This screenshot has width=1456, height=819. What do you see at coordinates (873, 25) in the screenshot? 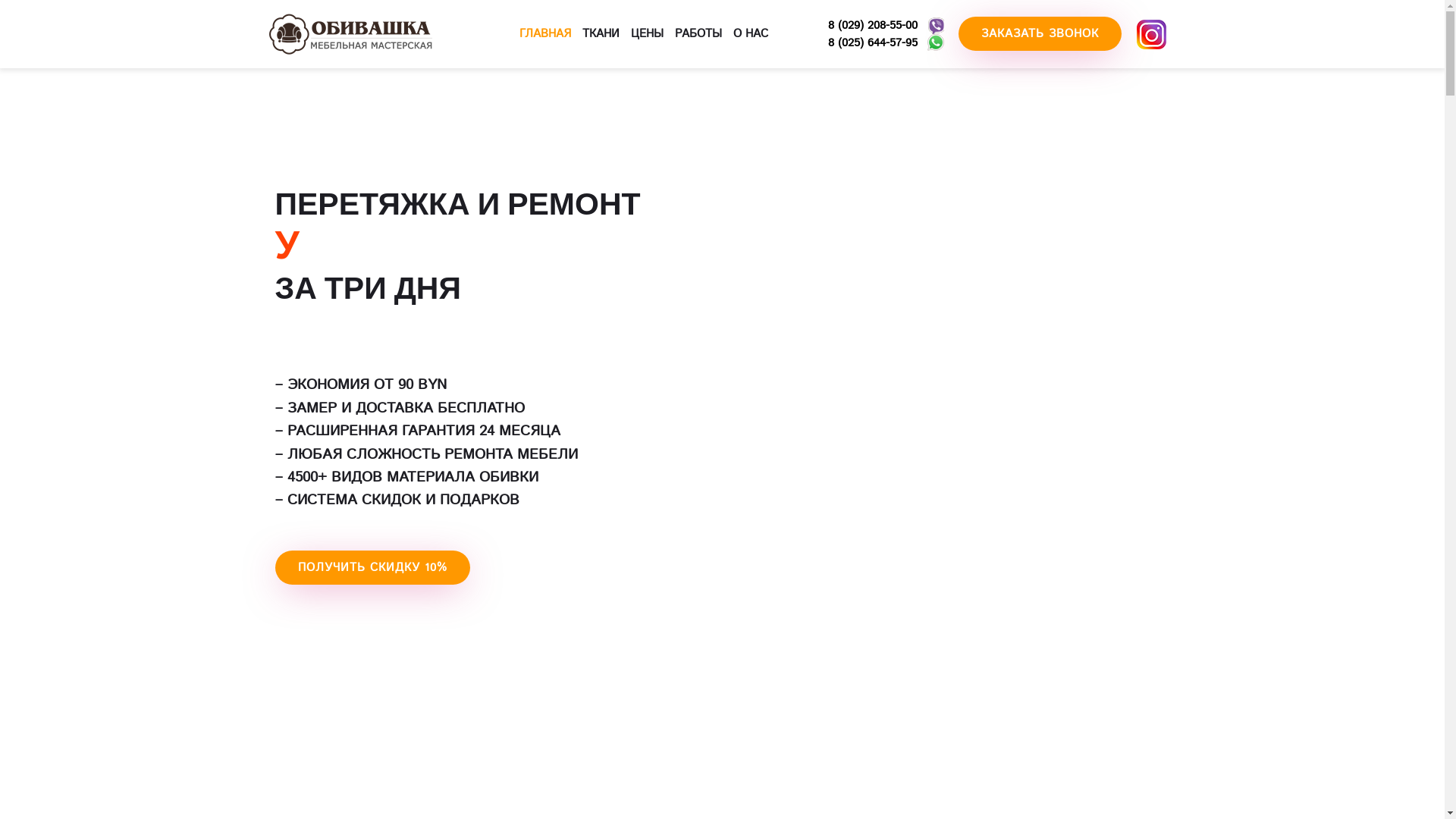
I see `'8 (029) 208-55-00'` at bounding box center [873, 25].